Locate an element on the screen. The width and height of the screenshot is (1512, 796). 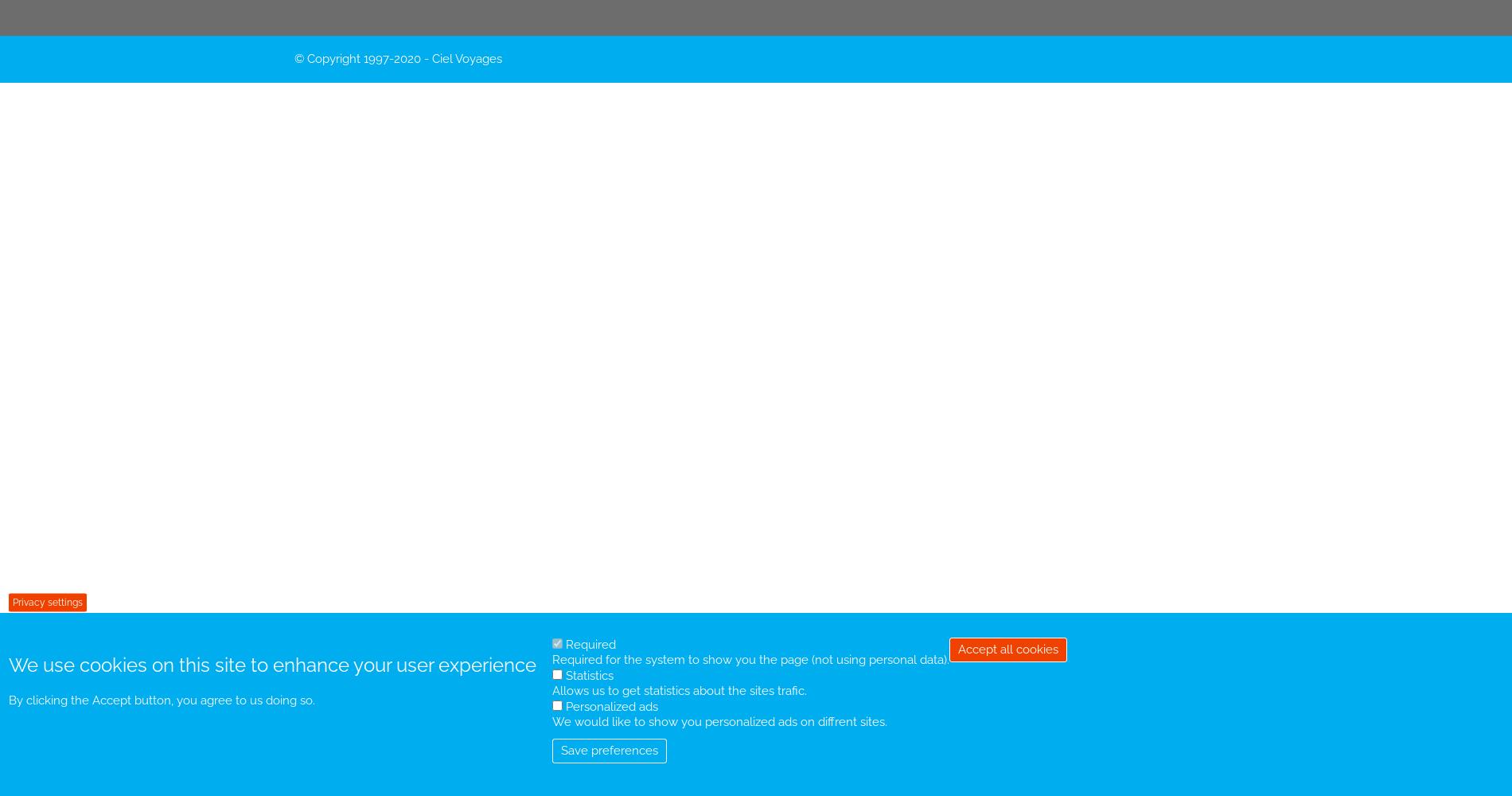
'We use cookies on this site to enhance your user experience' is located at coordinates (271, 663).